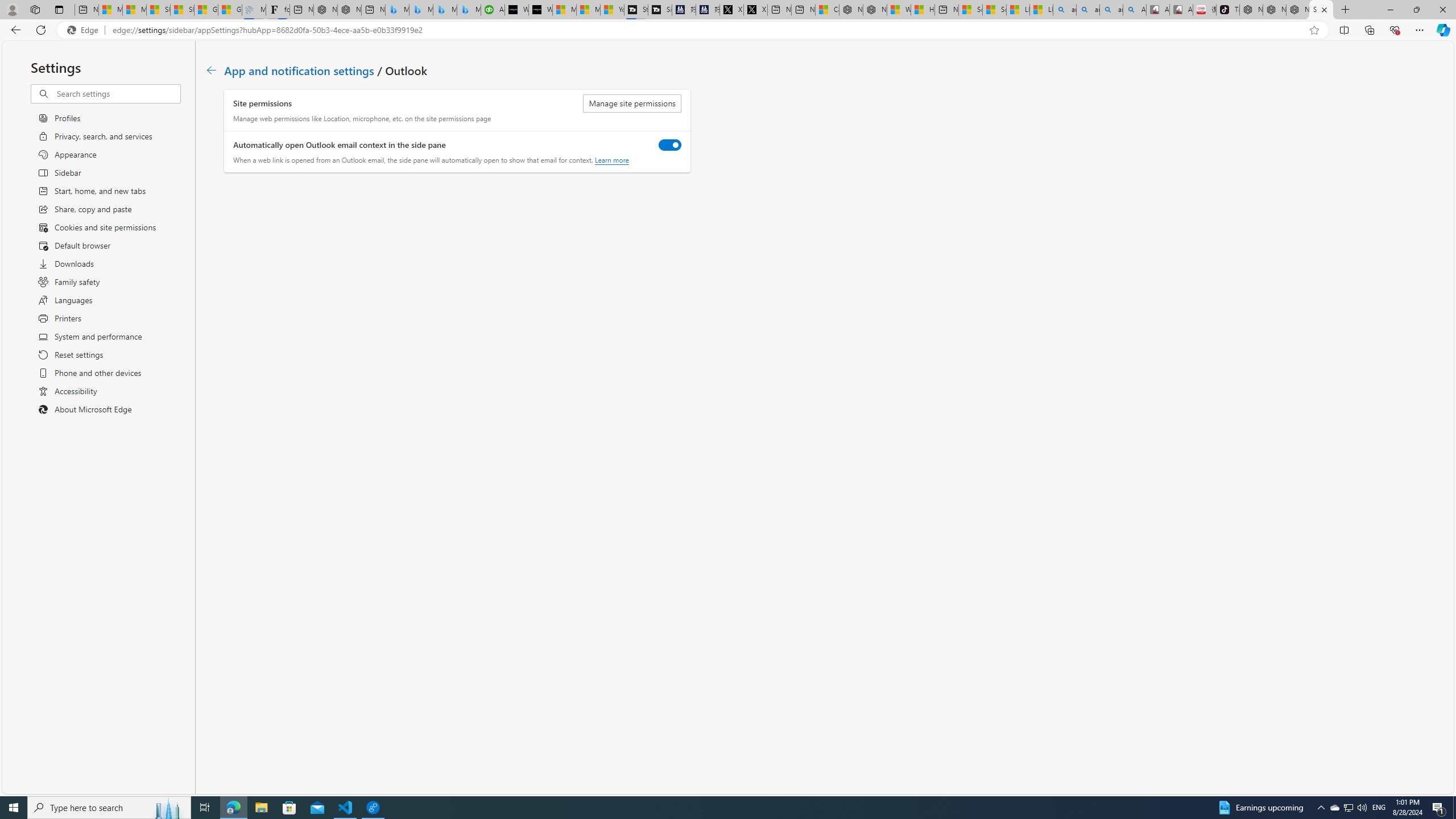 This screenshot has width=1456, height=819. I want to click on 'Search settings', so click(118, 93).